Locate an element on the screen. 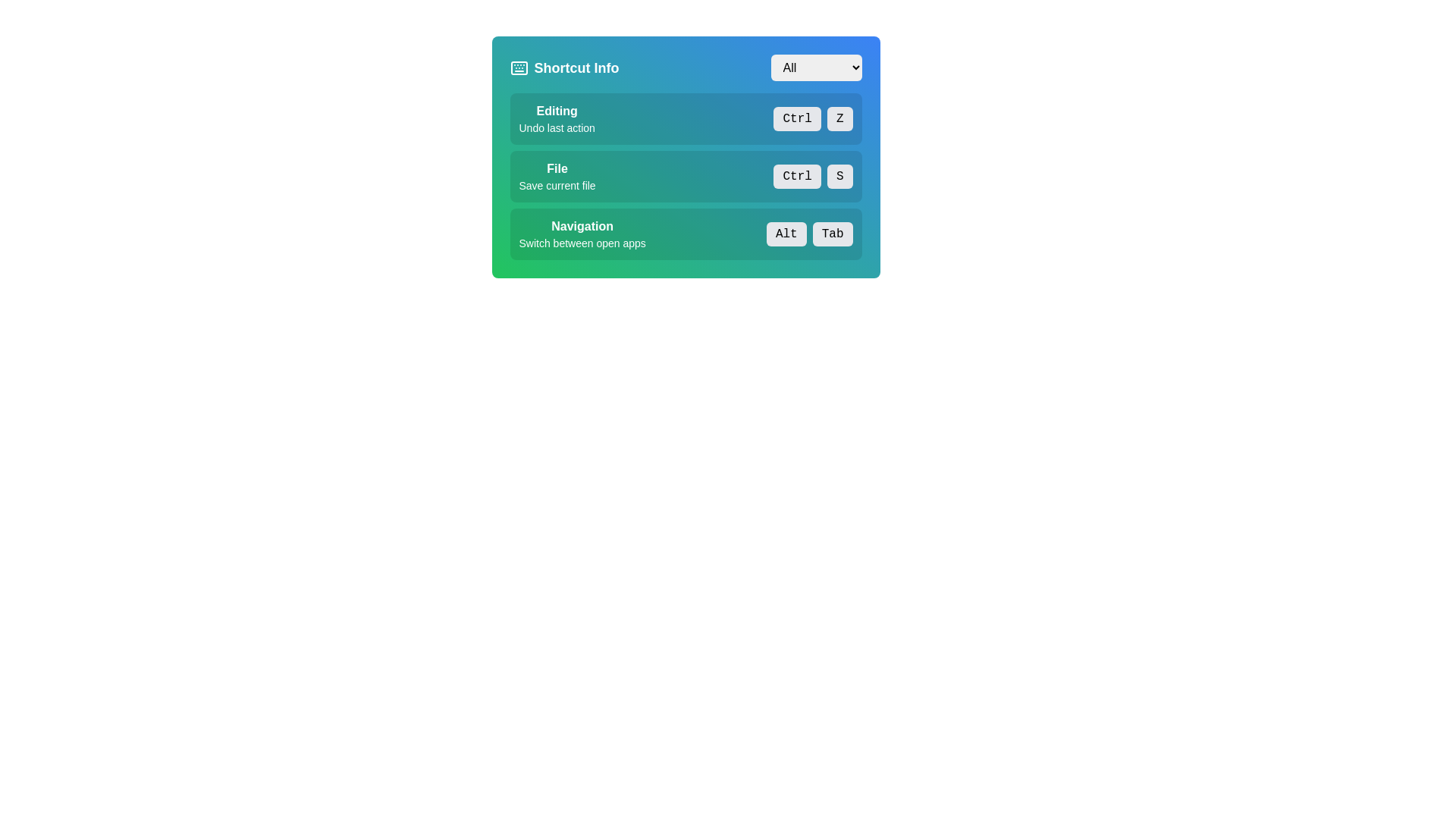 Image resolution: width=1456 pixels, height=819 pixels. the keyboard icon located at the top-left corner of the card next to the title 'Shortcut Info' is located at coordinates (519, 67).